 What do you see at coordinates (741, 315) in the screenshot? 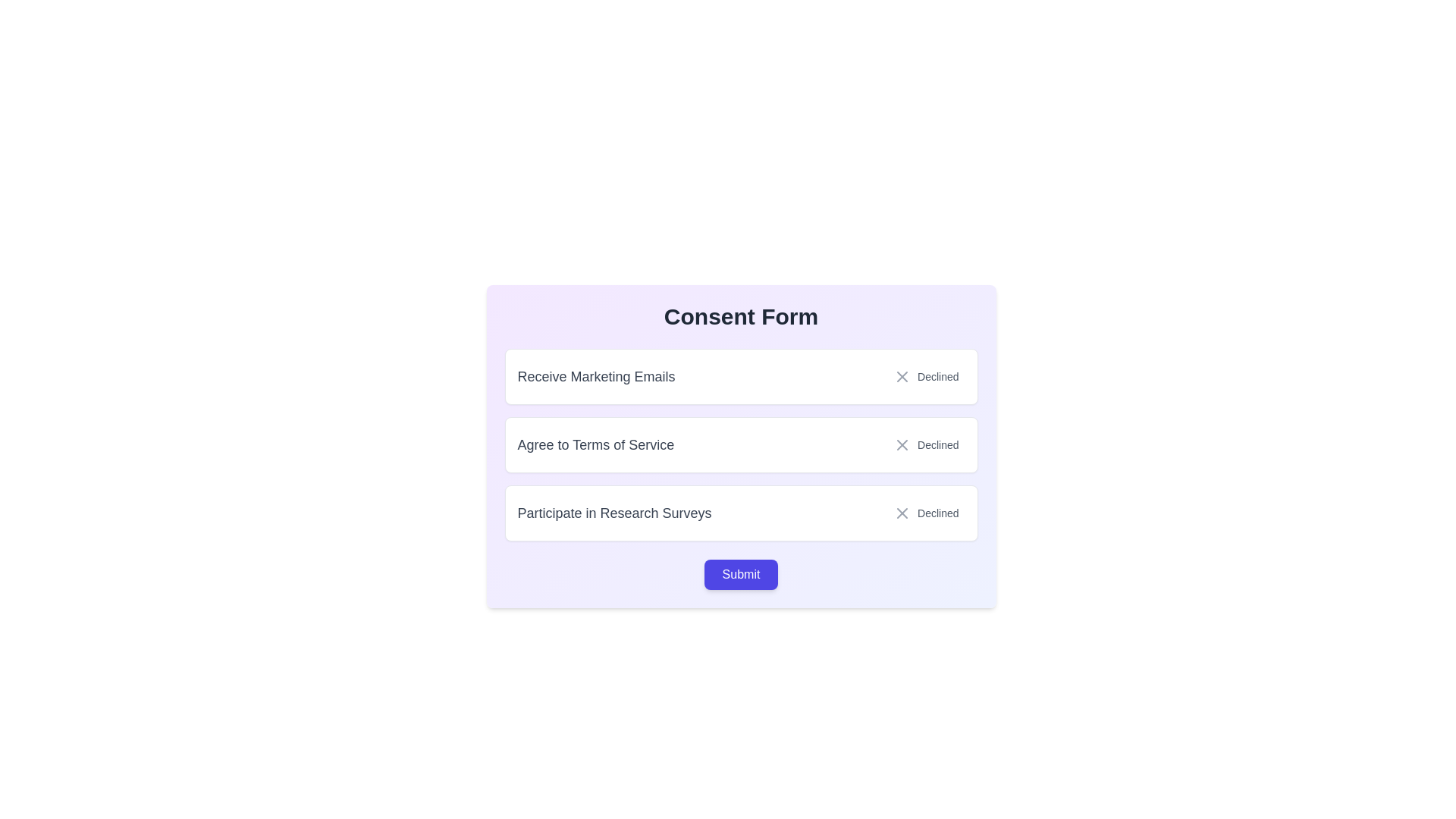
I see `displayed text of the Heading or Title Text element, which serves as the title for the consent form and is located at the top of the panel with a gradient background` at bounding box center [741, 315].